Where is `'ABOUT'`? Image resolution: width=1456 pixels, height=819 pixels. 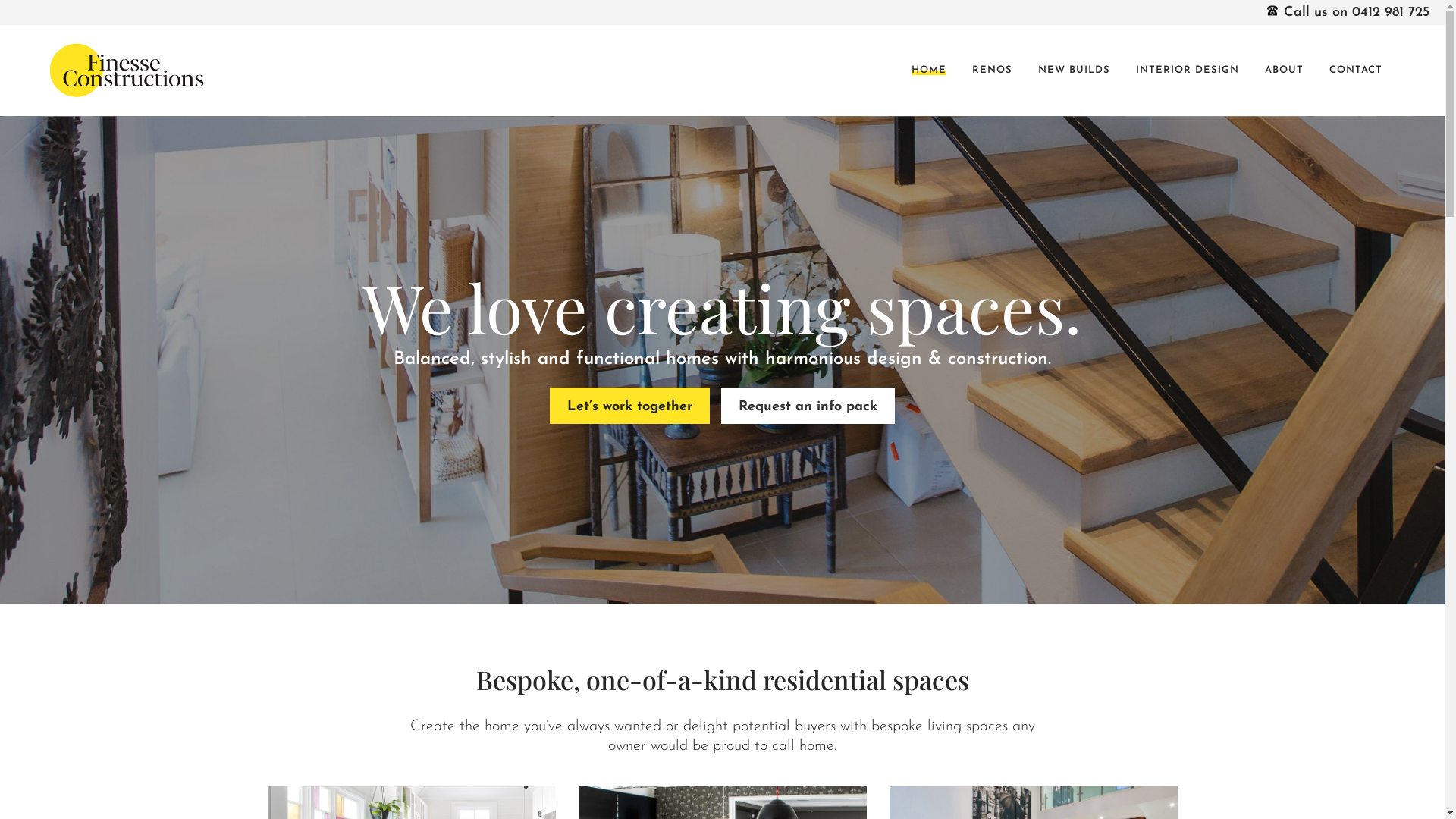 'ABOUT' is located at coordinates (1283, 70).